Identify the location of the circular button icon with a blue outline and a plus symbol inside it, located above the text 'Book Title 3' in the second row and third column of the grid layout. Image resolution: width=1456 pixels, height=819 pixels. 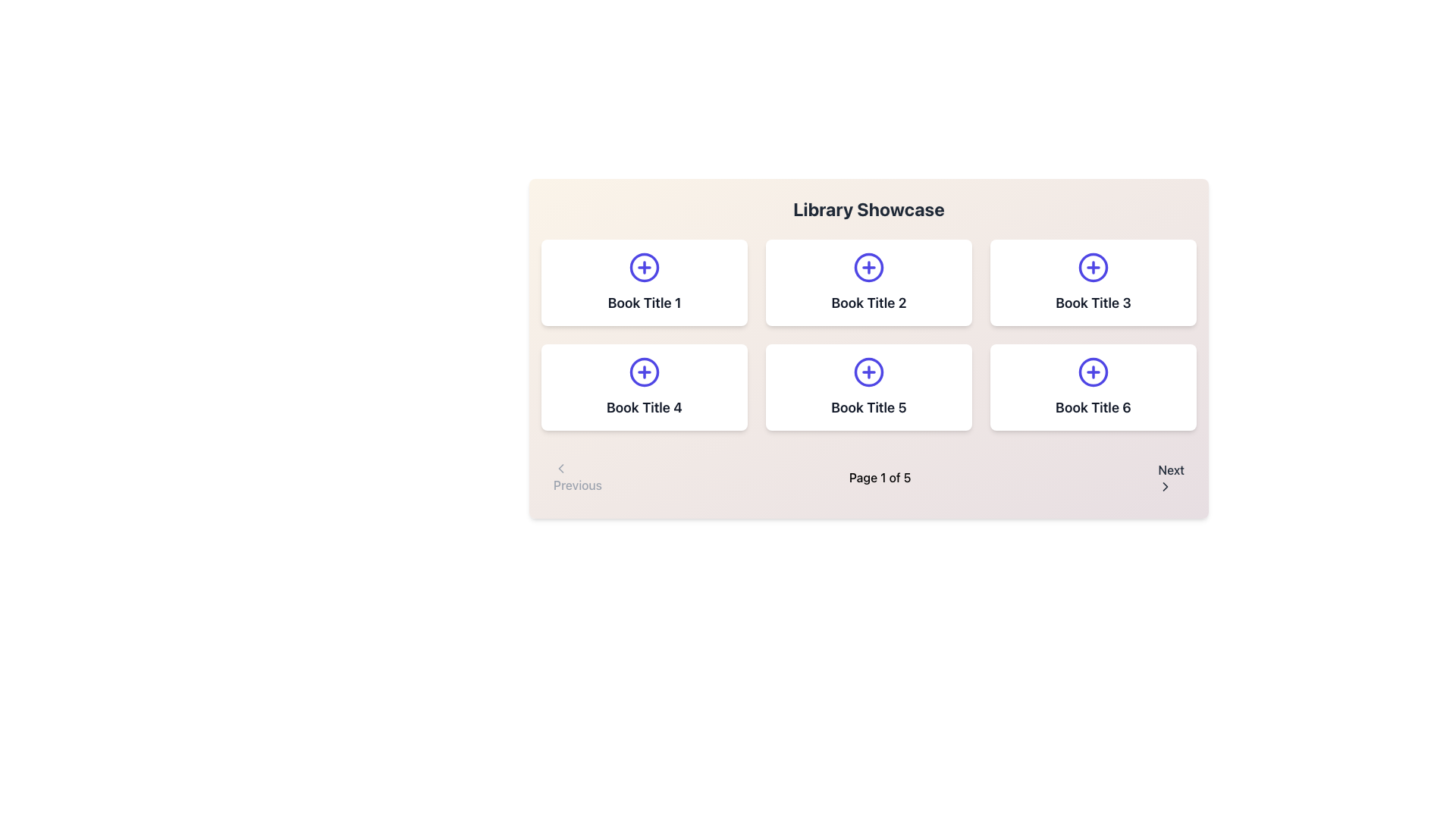
(1093, 267).